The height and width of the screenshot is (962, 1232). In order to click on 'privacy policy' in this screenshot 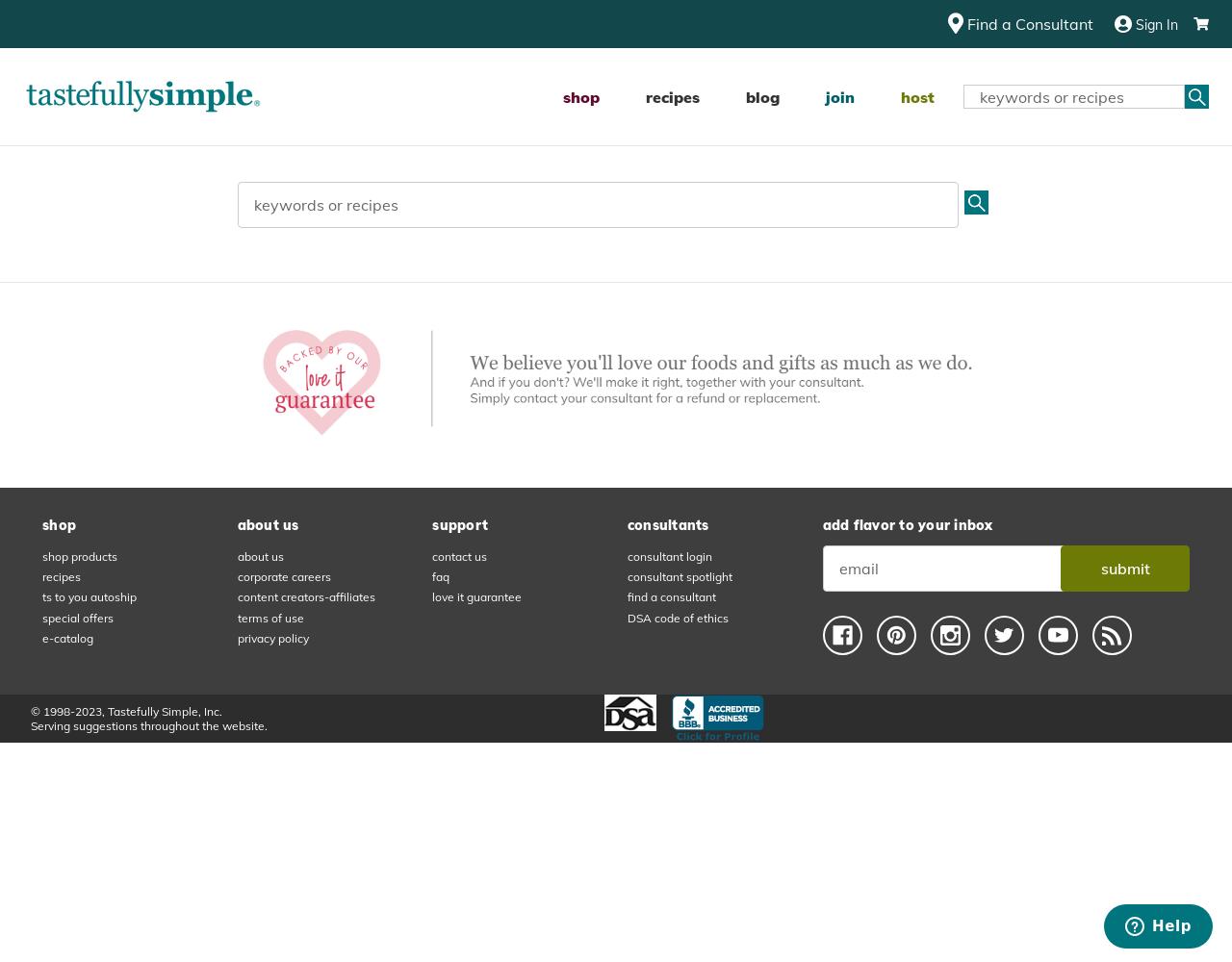, I will do `click(271, 638)`.